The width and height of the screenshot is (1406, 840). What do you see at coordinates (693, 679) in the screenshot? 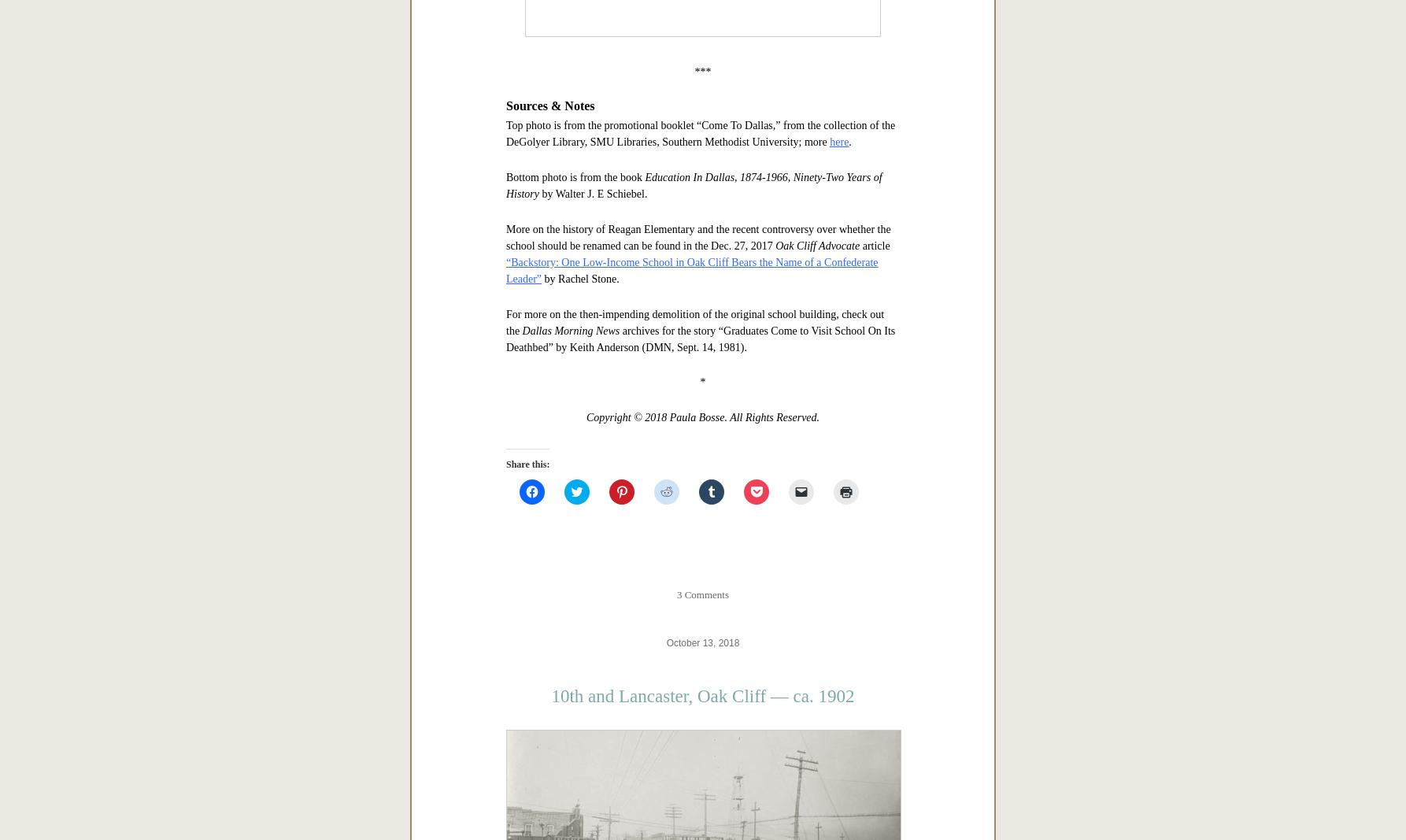
I see `'Education In Dallas, 1874-1966, Ninety-Two Years of History'` at bounding box center [693, 679].